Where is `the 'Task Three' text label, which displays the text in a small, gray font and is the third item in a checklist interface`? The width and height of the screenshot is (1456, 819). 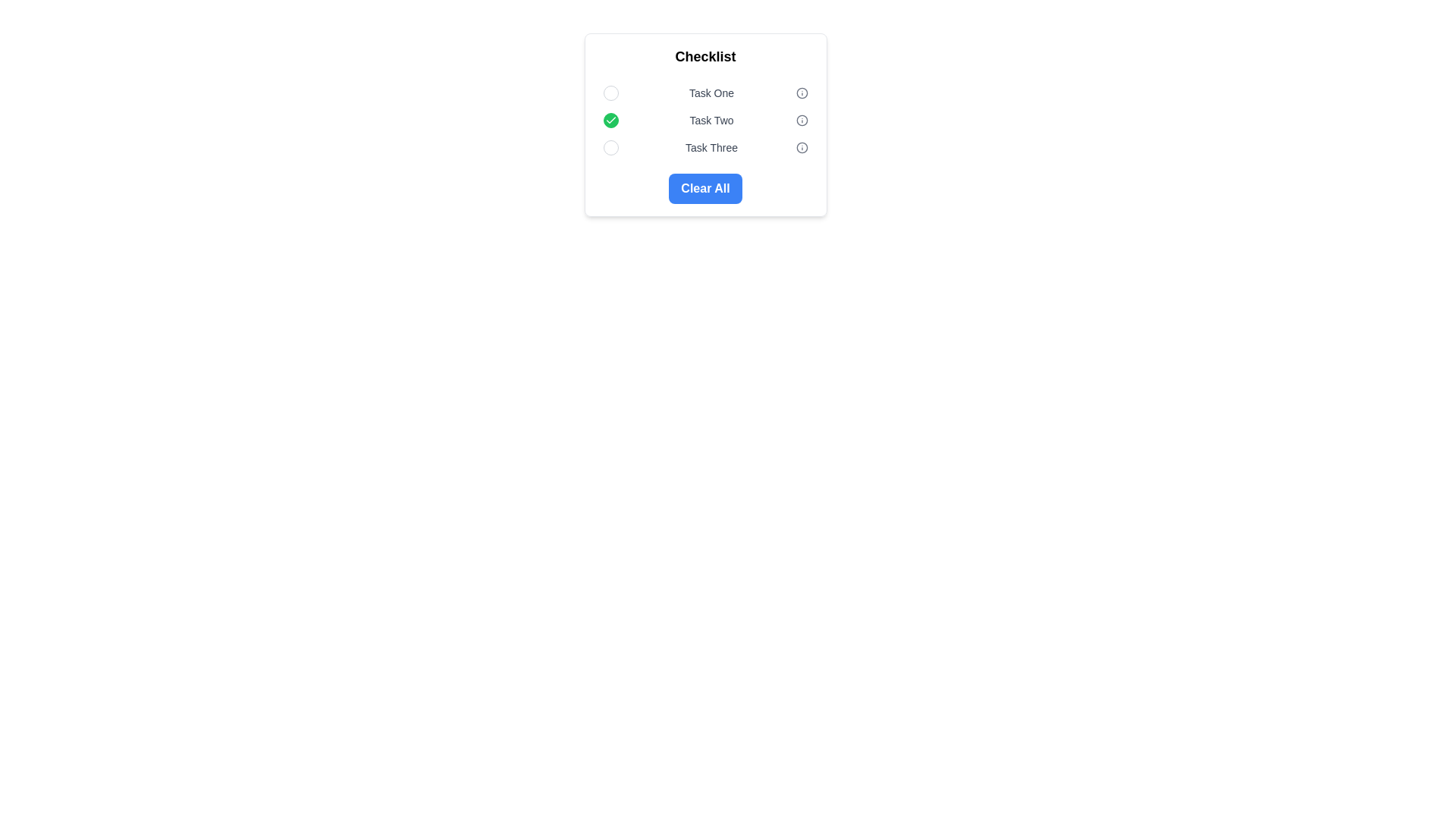
the 'Task Three' text label, which displays the text in a small, gray font and is the third item in a checklist interface is located at coordinates (711, 148).